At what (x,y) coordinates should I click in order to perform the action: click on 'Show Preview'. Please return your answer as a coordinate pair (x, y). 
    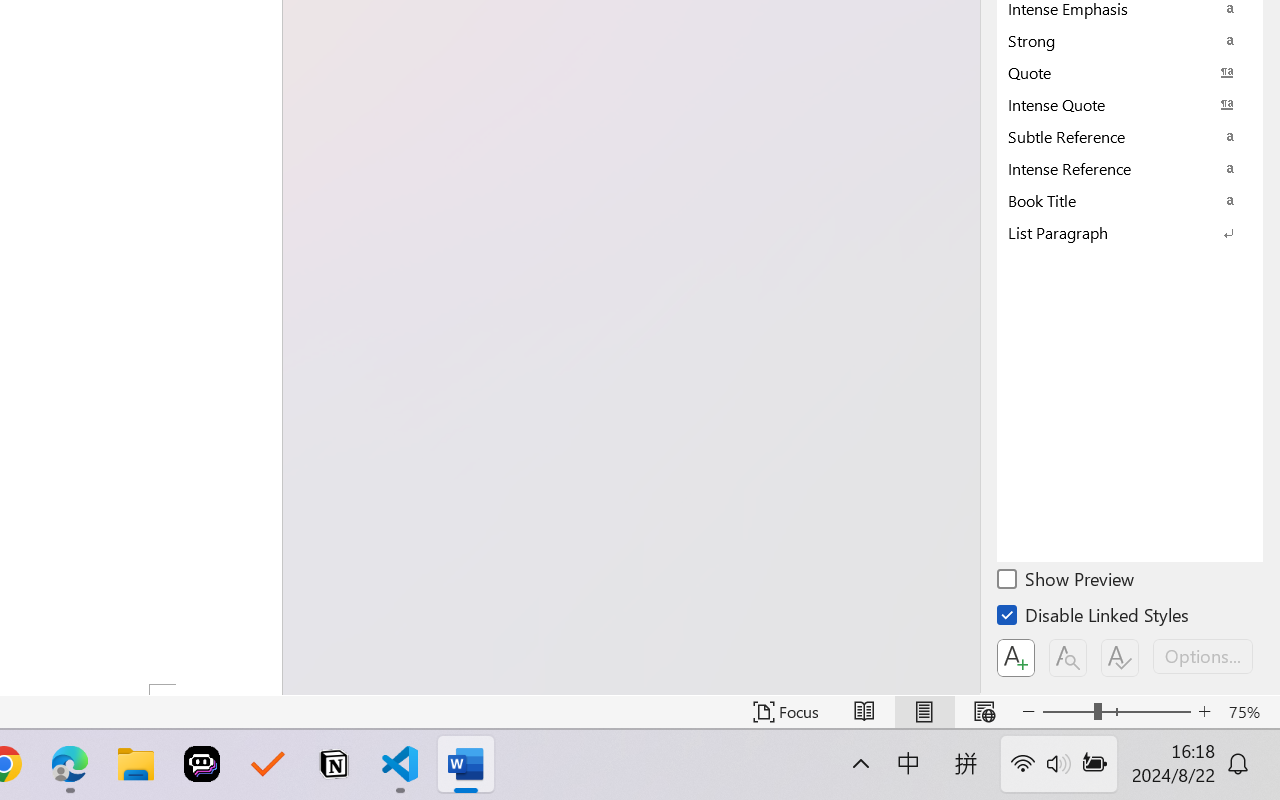
    Looking at the image, I should click on (1066, 581).